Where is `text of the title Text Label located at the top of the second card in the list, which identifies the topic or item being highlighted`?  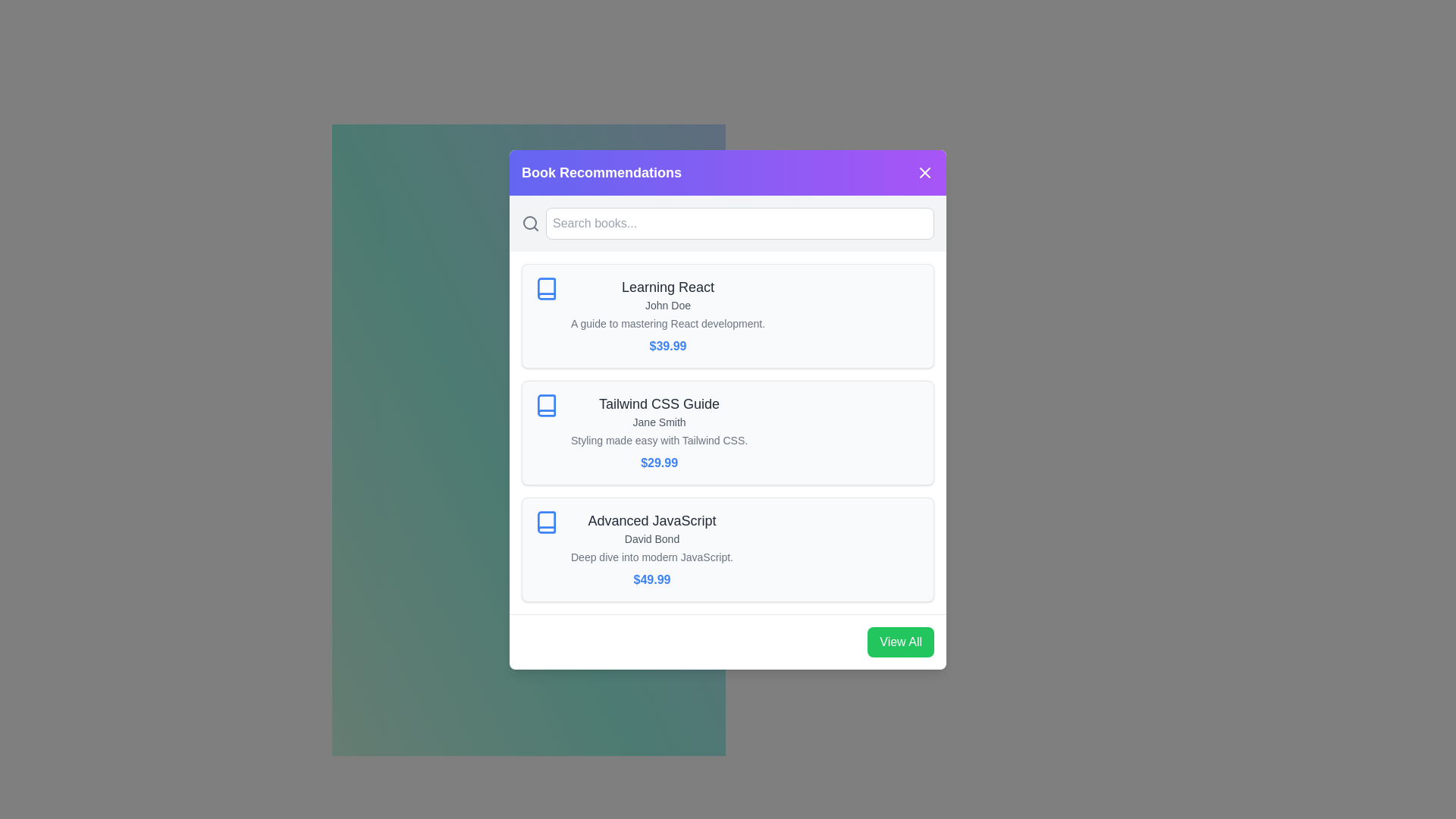 text of the title Text Label located at the top of the second card in the list, which identifies the topic or item being highlighted is located at coordinates (659, 403).